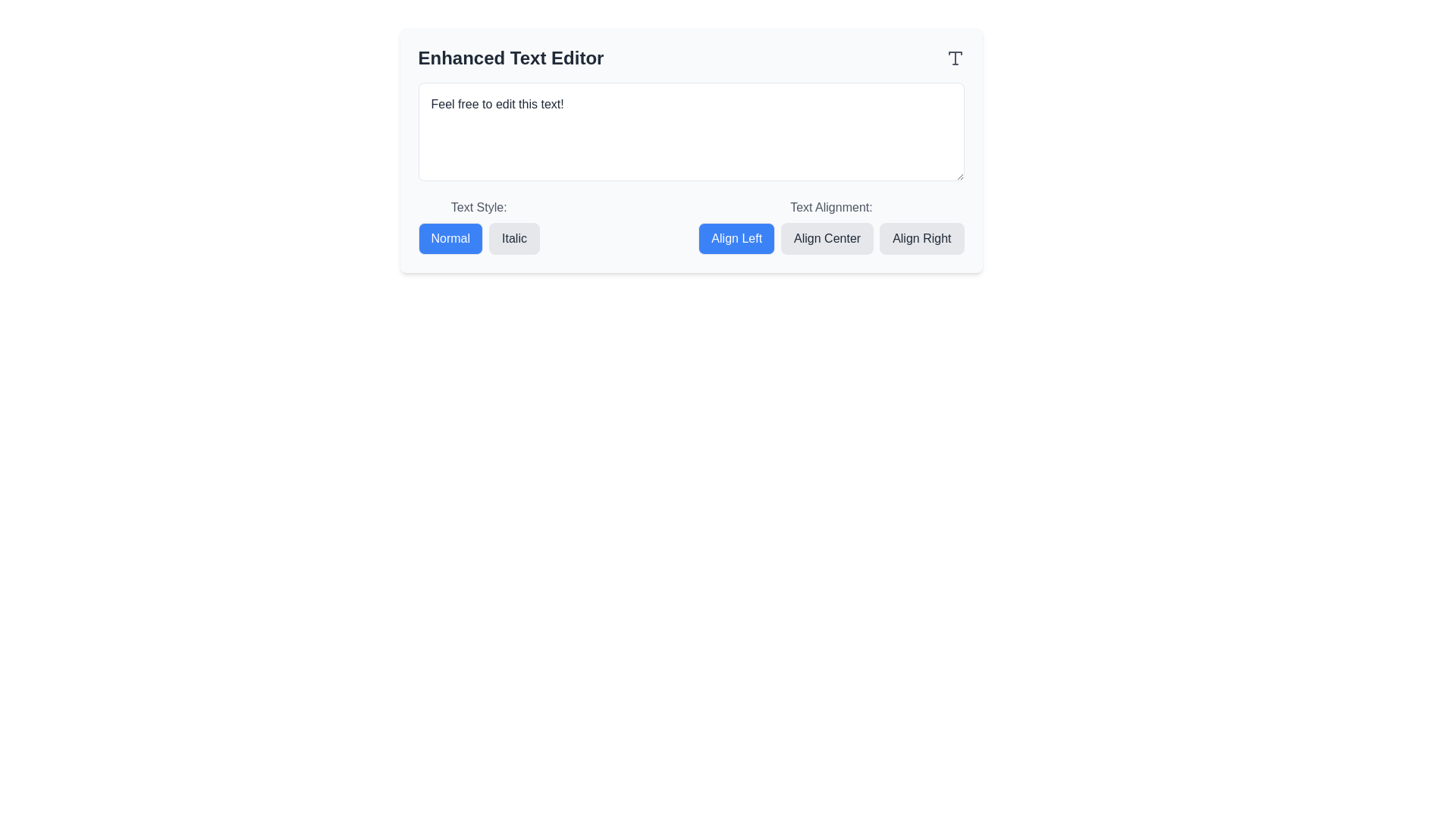 The height and width of the screenshot is (819, 1456). What do you see at coordinates (826, 239) in the screenshot?
I see `the center alignment button located between the 'Align Left' and 'Align Right' buttons in the 'Text Alignment' section of the text editor to set the text alignment to center` at bounding box center [826, 239].